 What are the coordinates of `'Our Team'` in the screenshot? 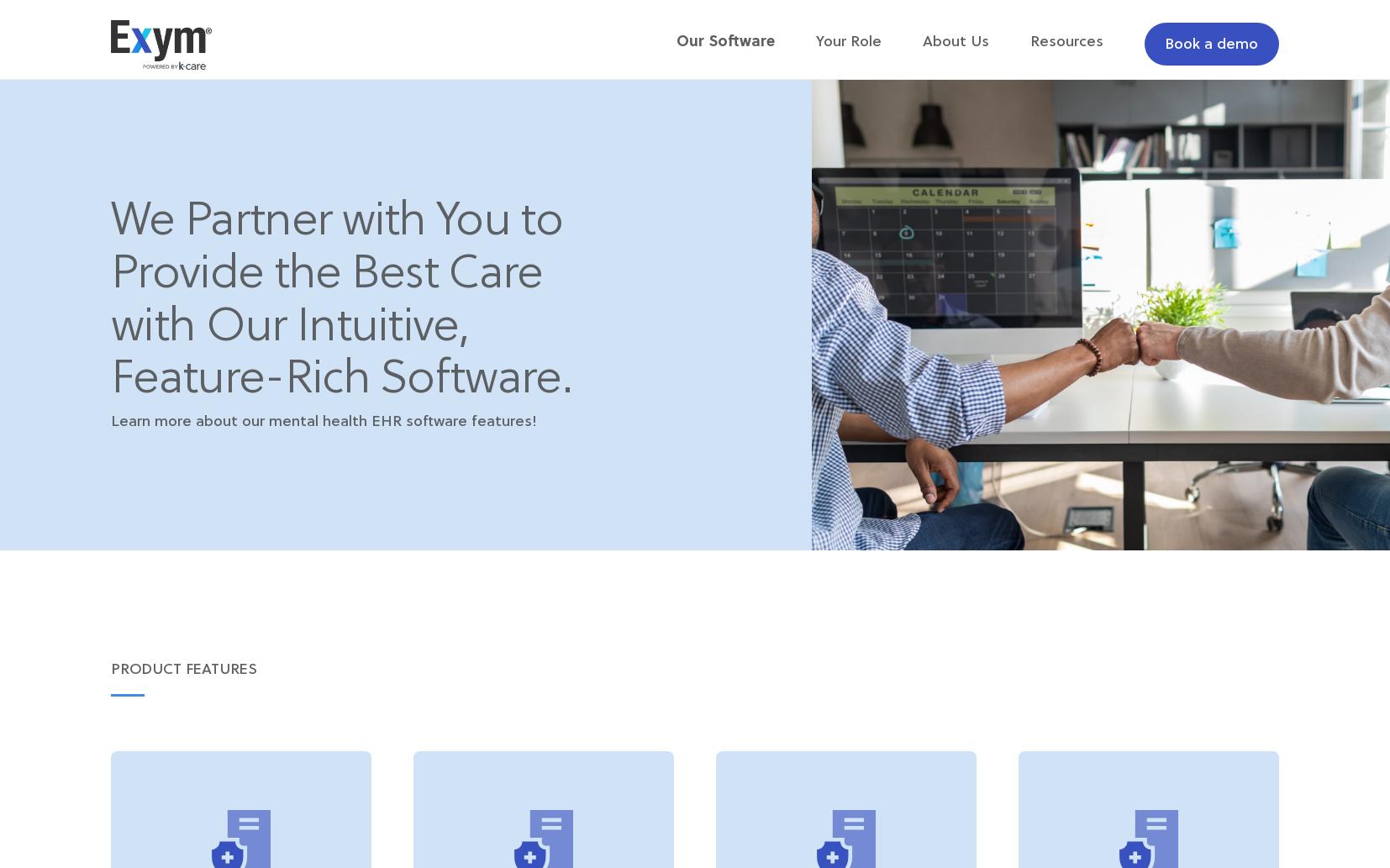 It's located at (992, 105).